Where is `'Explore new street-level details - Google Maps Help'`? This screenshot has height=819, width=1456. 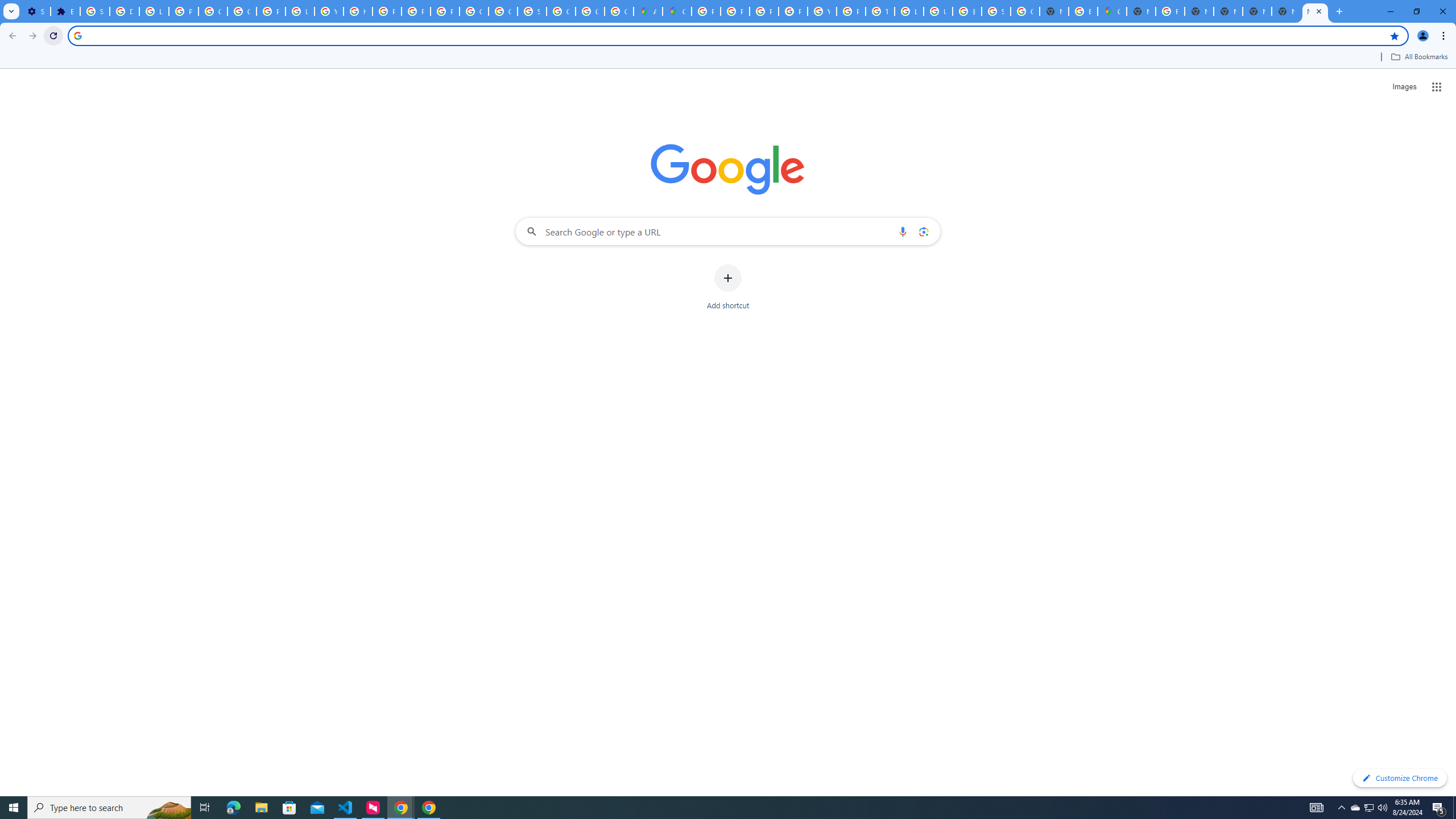 'Explore new street-level details - Google Maps Help' is located at coordinates (1082, 11).